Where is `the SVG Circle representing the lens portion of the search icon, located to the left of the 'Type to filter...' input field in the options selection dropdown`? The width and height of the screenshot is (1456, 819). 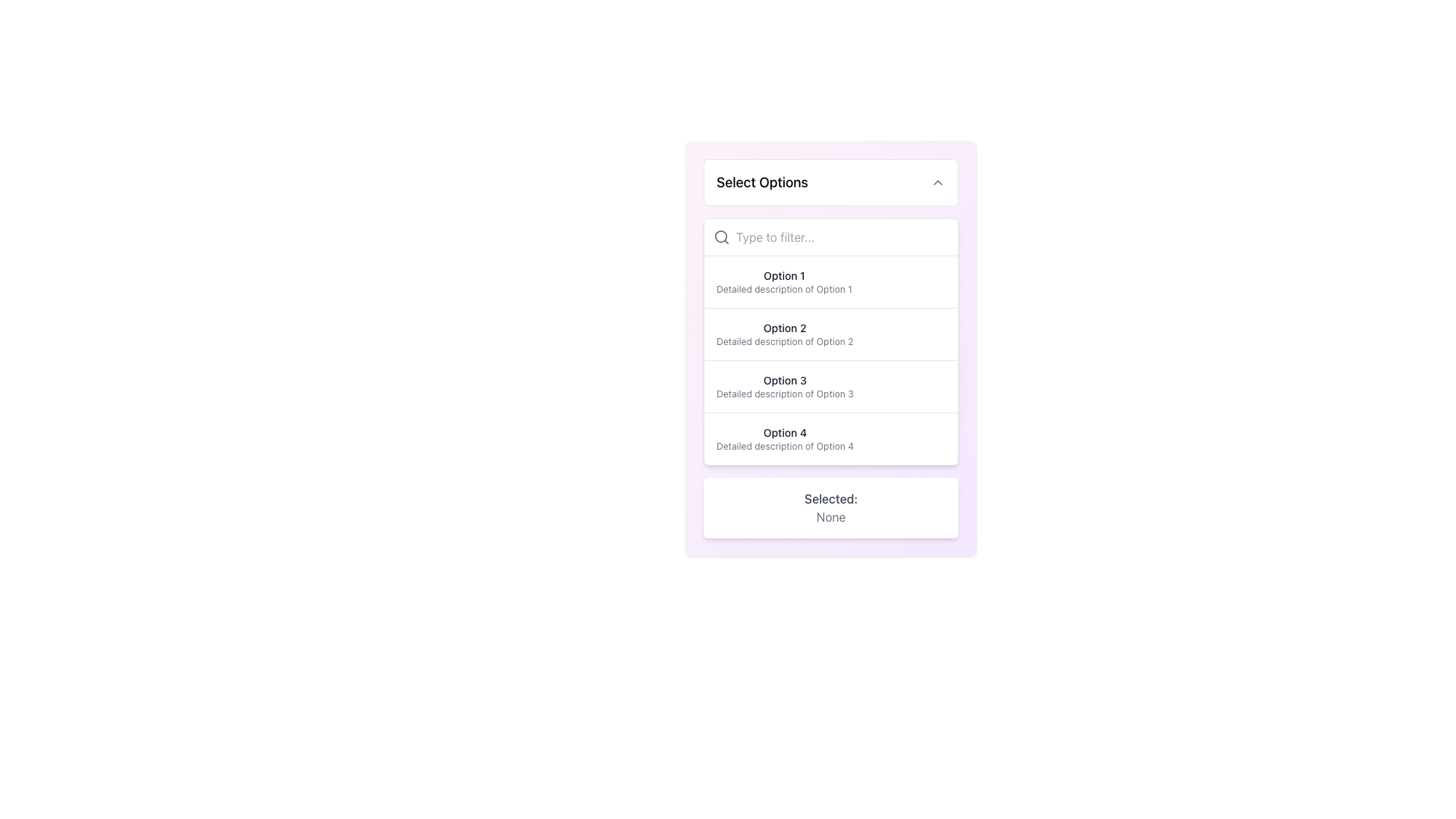
the SVG Circle representing the lens portion of the search icon, located to the left of the 'Type to filter...' input field in the options selection dropdown is located at coordinates (720, 237).